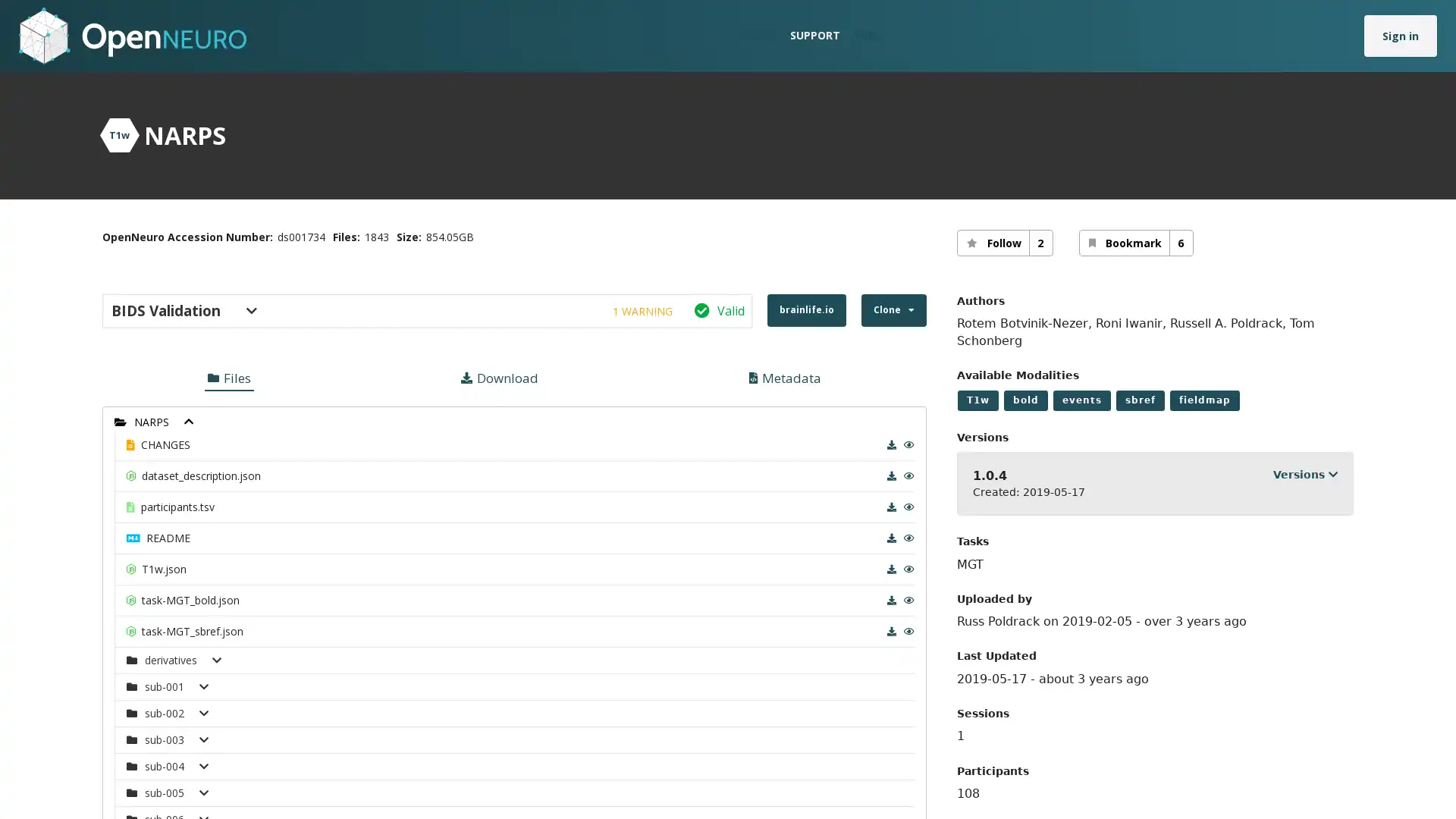 The image size is (1456, 819). Describe the element at coordinates (1004, 242) in the screenshot. I see `Follow` at that location.